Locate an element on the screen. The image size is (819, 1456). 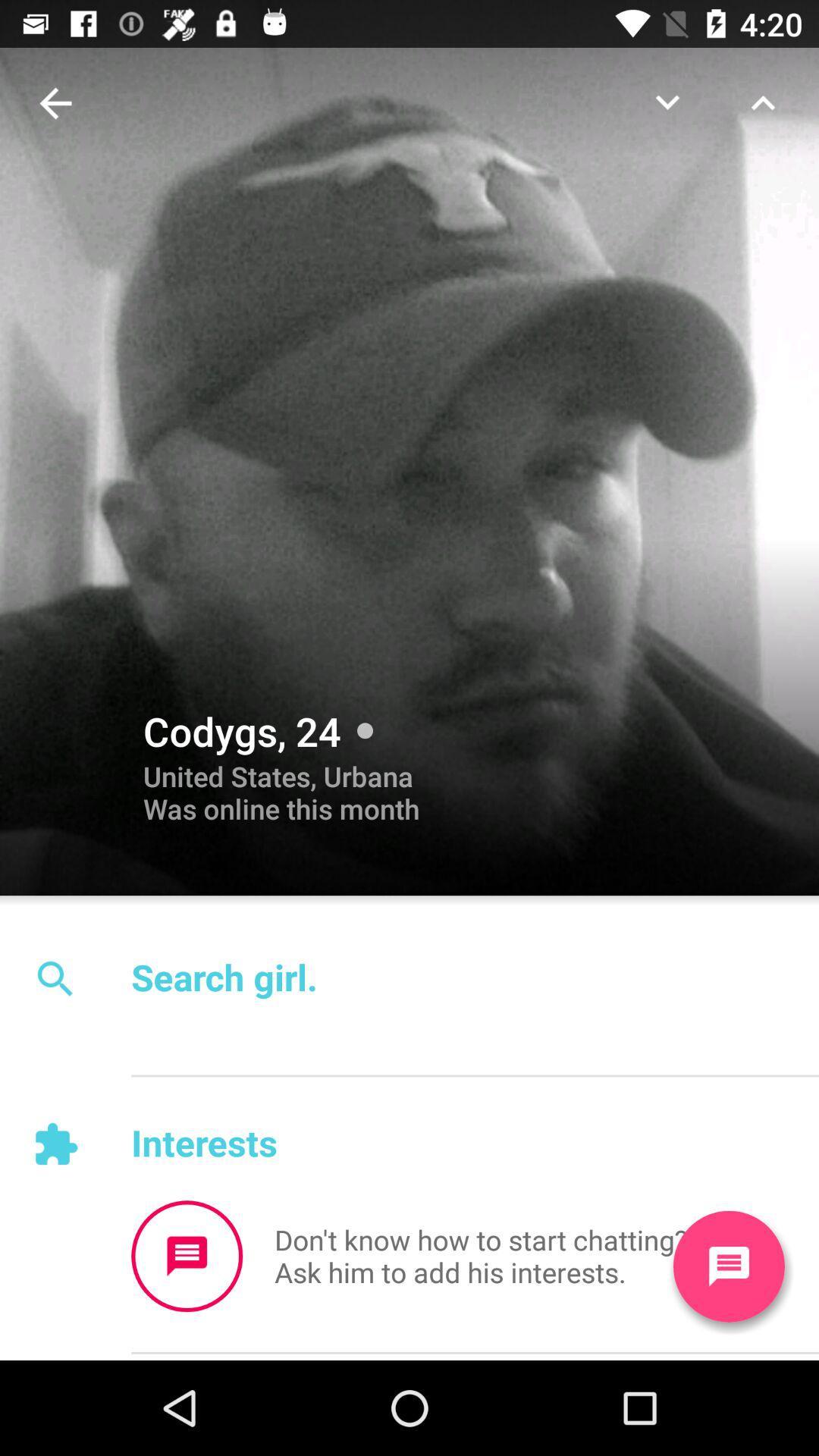
the chat icon is located at coordinates (186, 1256).